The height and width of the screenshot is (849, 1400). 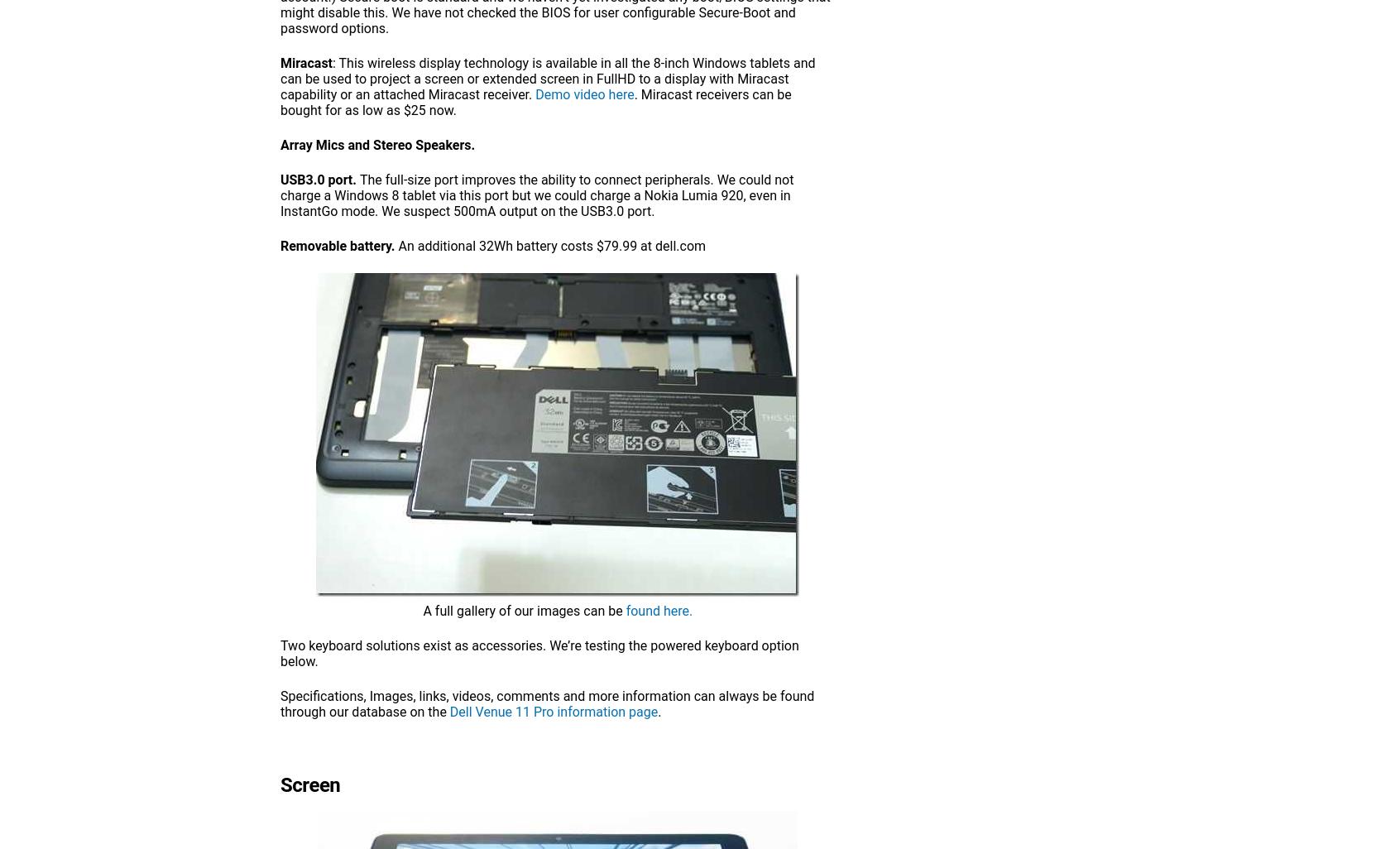 What do you see at coordinates (659, 712) in the screenshot?
I see `'.'` at bounding box center [659, 712].